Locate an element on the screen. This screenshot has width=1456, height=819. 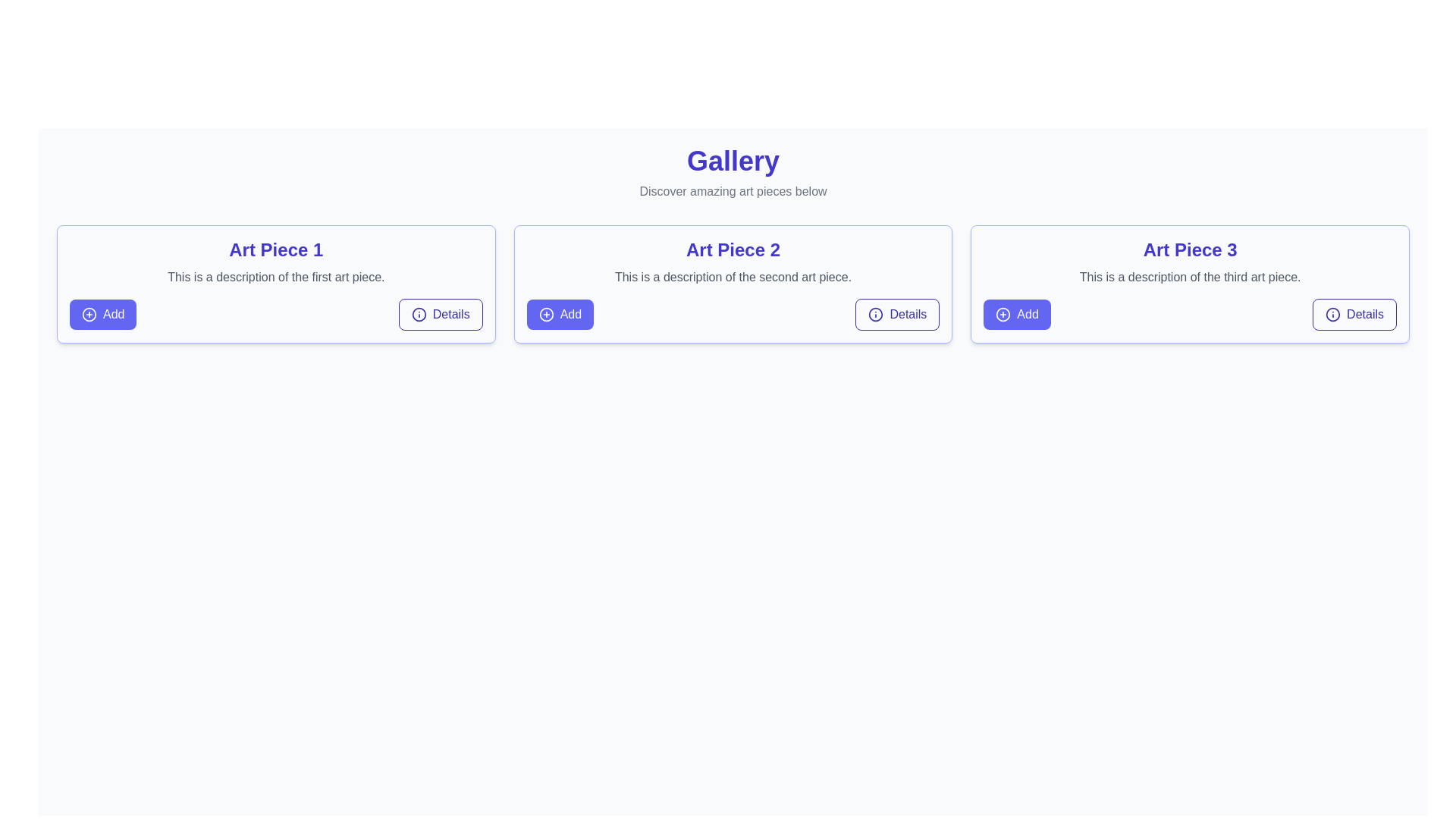
the circular SVG icon within the 'Add' button in the right-most card of the three horizontally aligned cards on the page is located at coordinates (1003, 314).